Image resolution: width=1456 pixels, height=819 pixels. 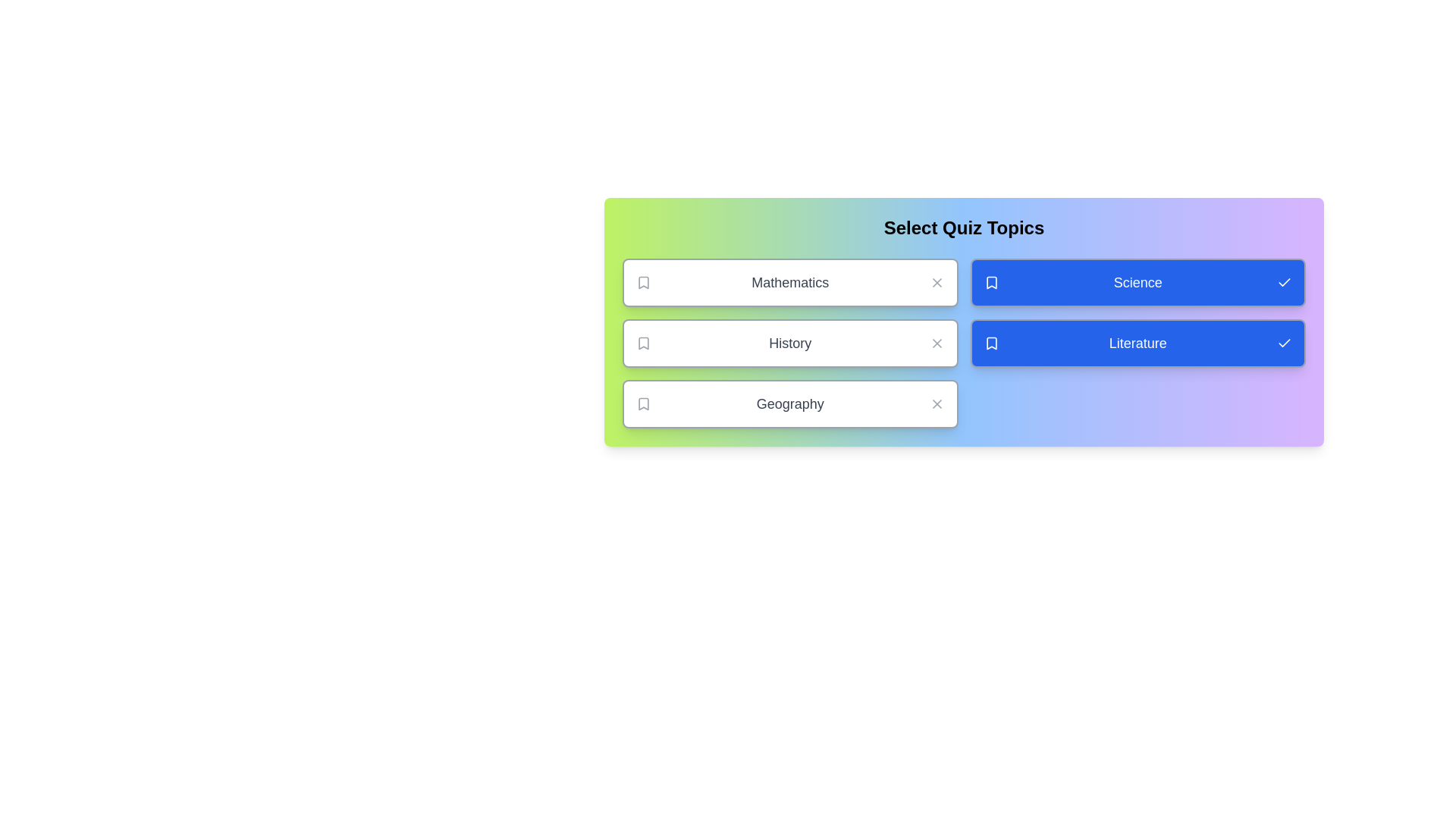 I want to click on the topic Mathematics by clicking on its card, so click(x=789, y=283).